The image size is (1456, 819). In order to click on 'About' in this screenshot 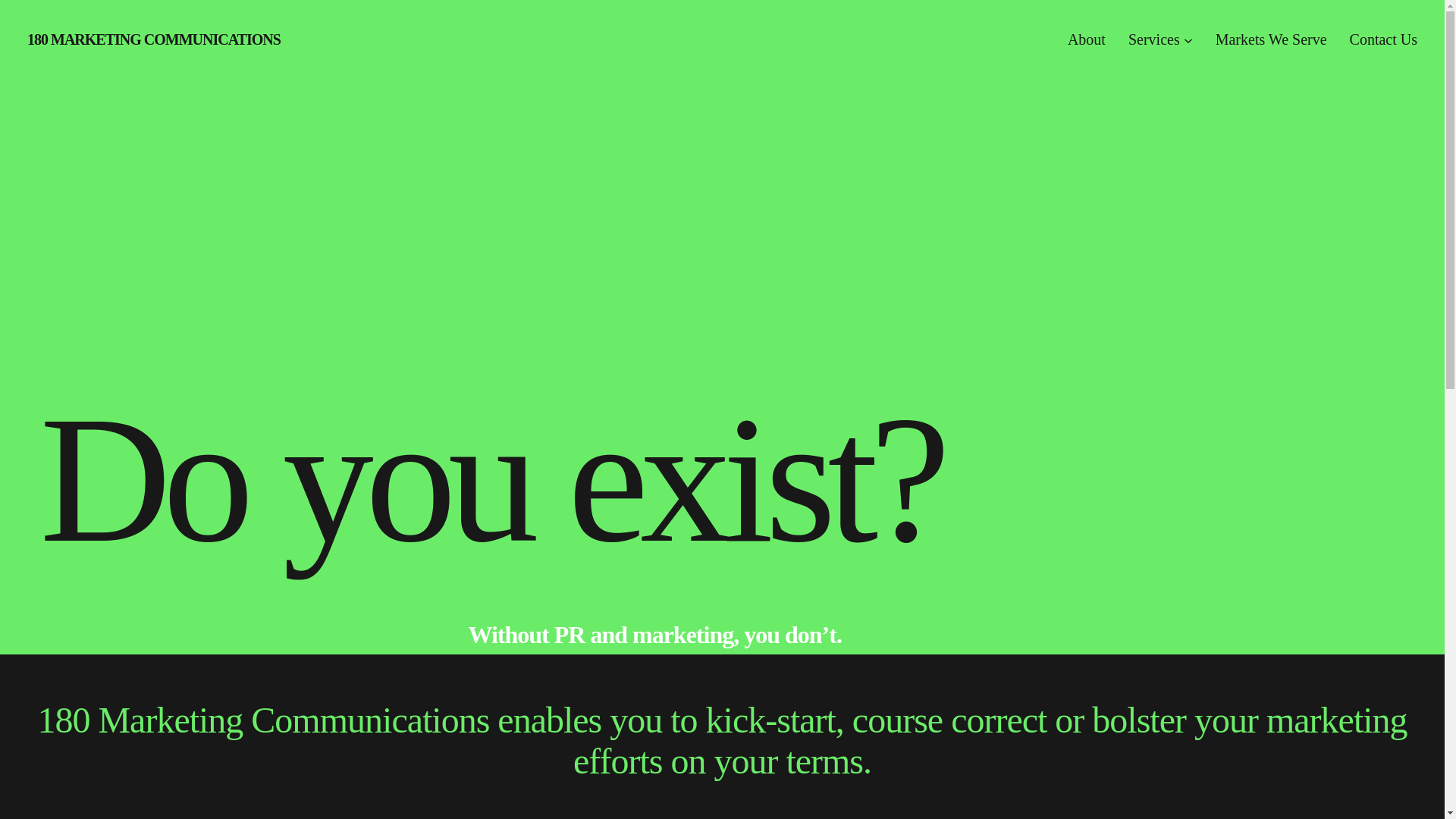, I will do `click(1086, 38)`.